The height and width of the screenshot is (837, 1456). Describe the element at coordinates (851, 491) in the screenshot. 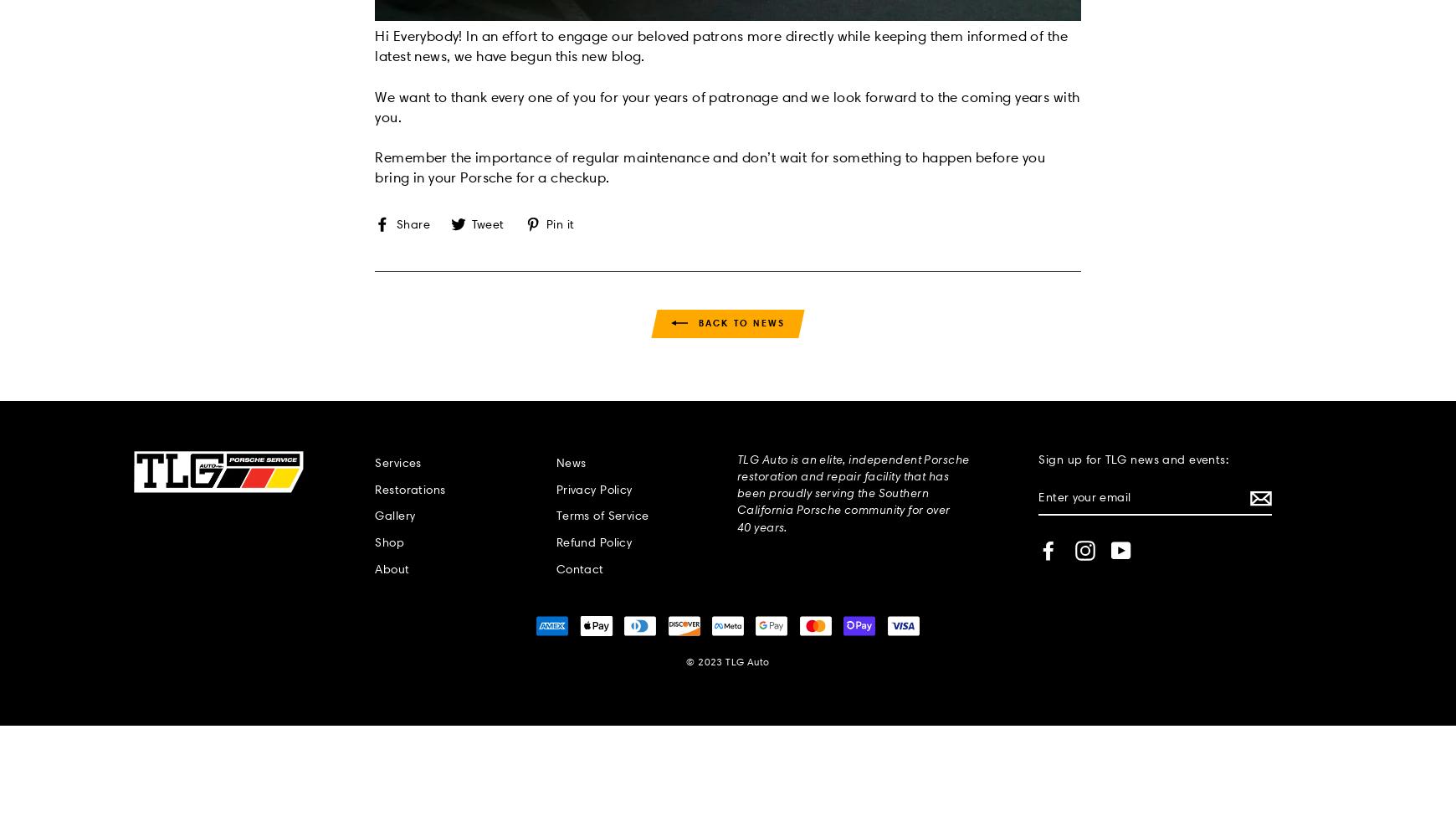

I see `'TLG Auto is an elite, independent Porsche restoration and repair facility that has been proudly serving the Southern California Porsche community for over 40 years.'` at that location.